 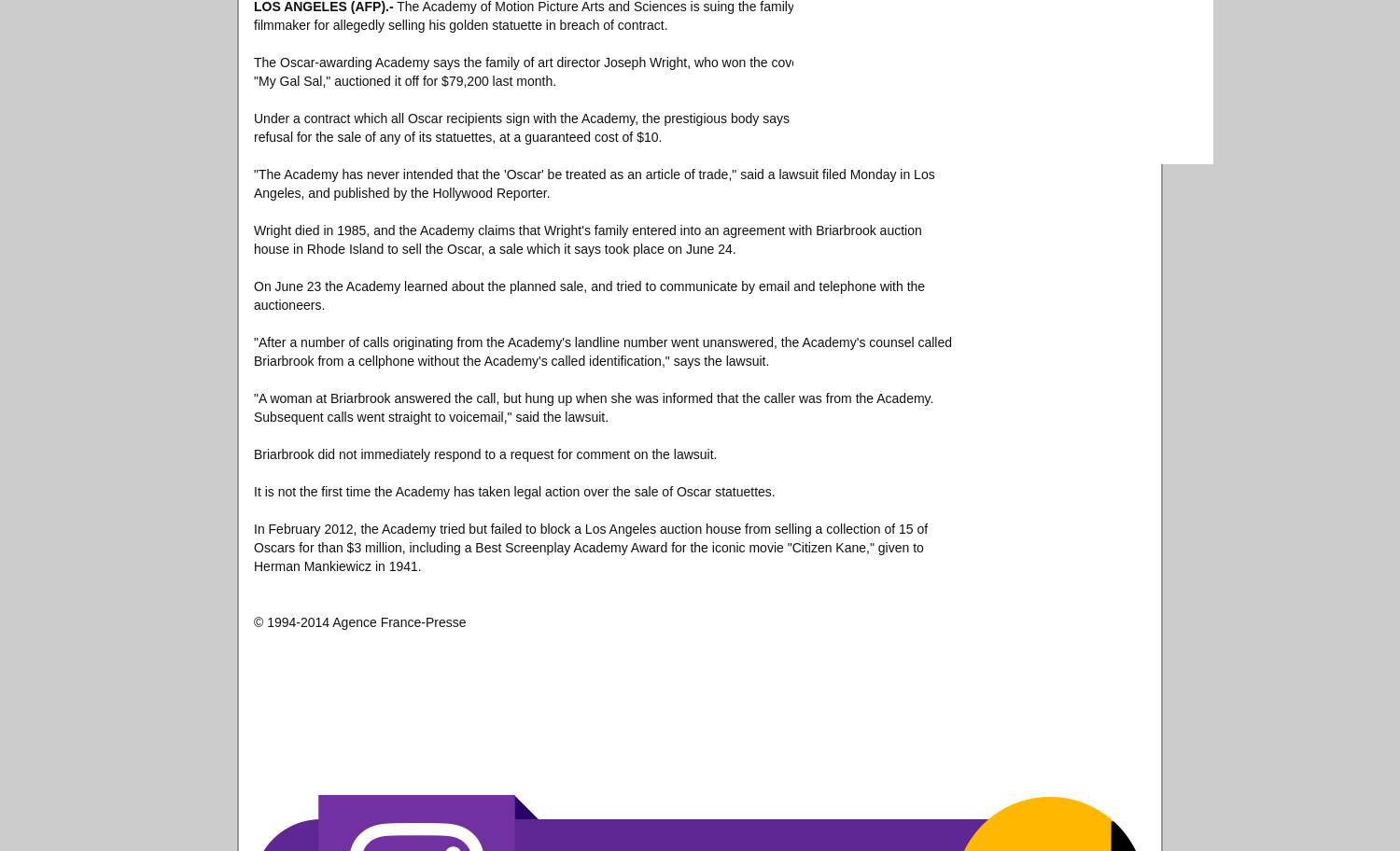 What do you see at coordinates (589, 295) in the screenshot?
I see `'On June 23 the Academy learned about the planned sale, and tried to communicate by email and telephone with the auctioneers.'` at bounding box center [589, 295].